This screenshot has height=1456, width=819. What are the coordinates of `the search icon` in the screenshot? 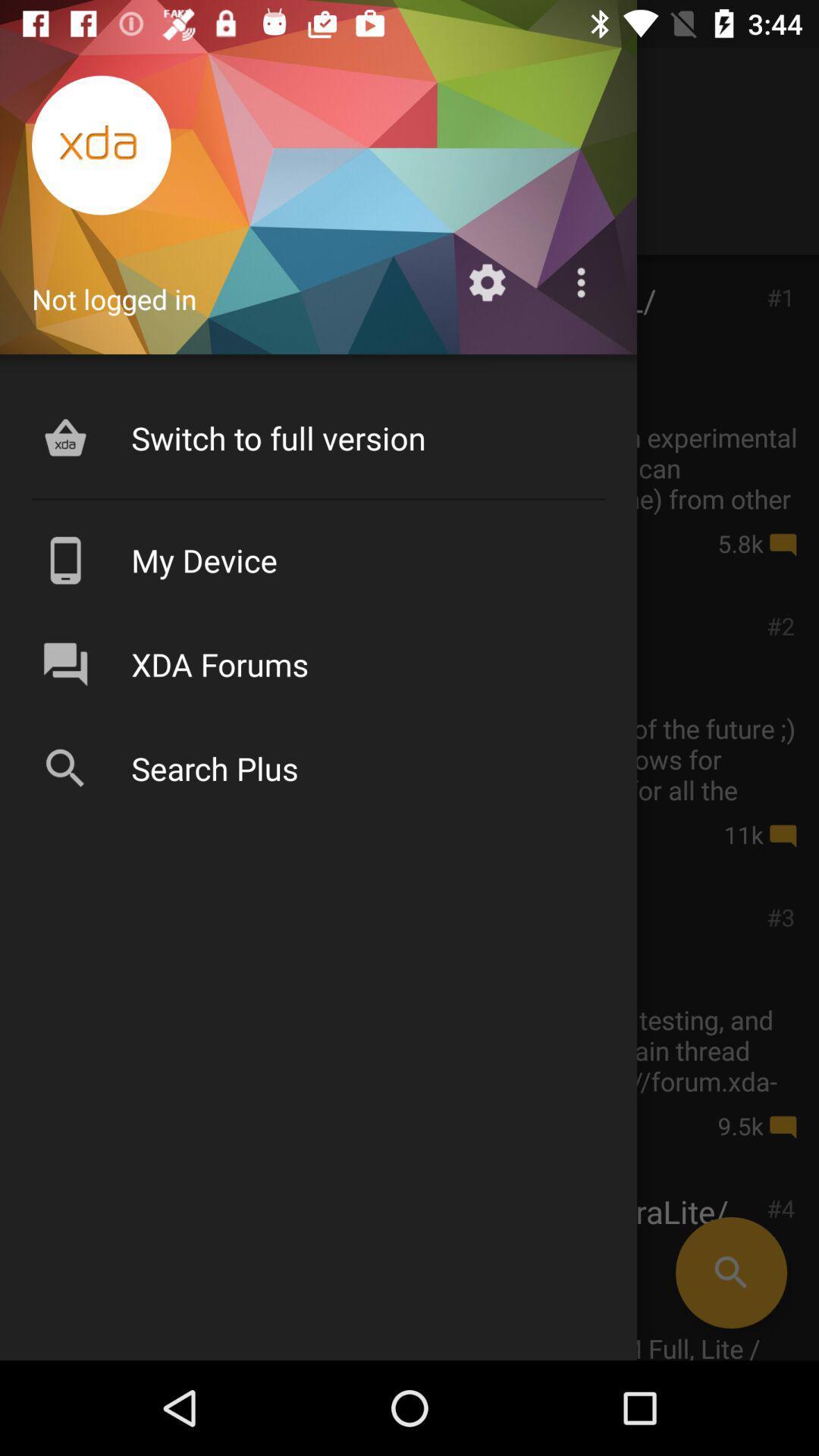 It's located at (730, 1272).